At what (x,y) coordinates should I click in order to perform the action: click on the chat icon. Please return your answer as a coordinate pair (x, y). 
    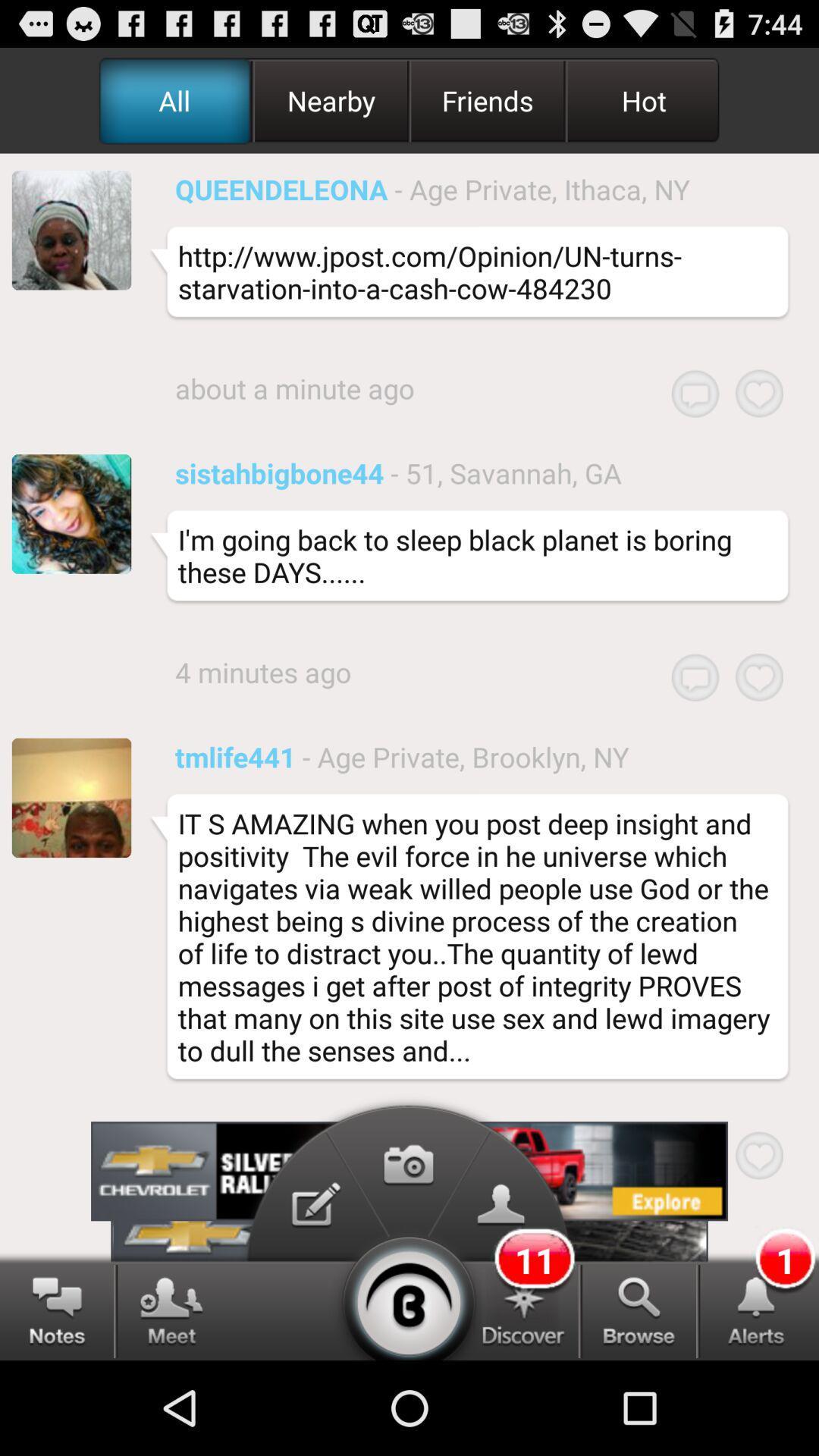
    Looking at the image, I should click on (55, 1401).